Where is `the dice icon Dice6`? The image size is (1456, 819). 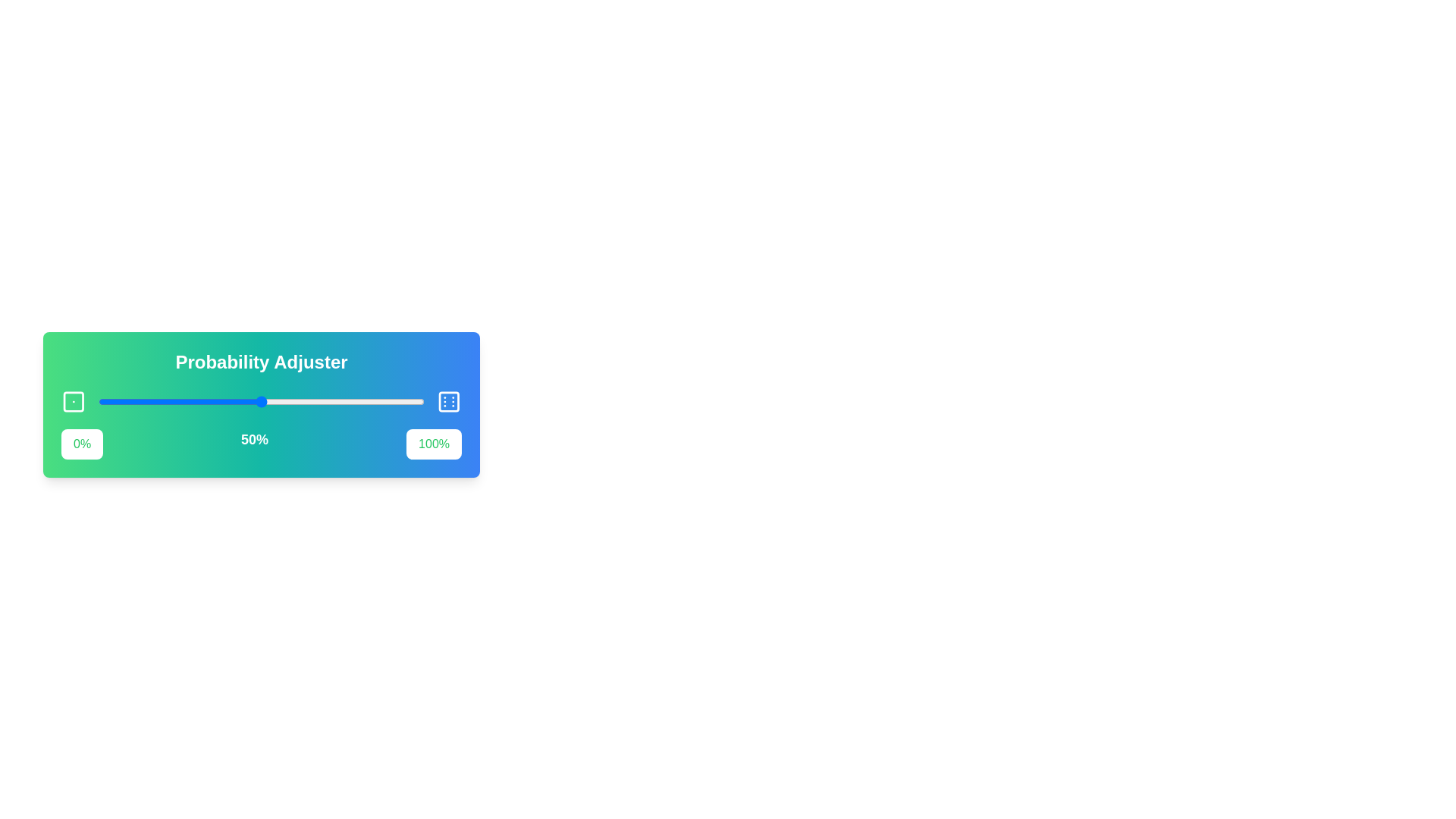 the dice icon Dice6 is located at coordinates (448, 400).